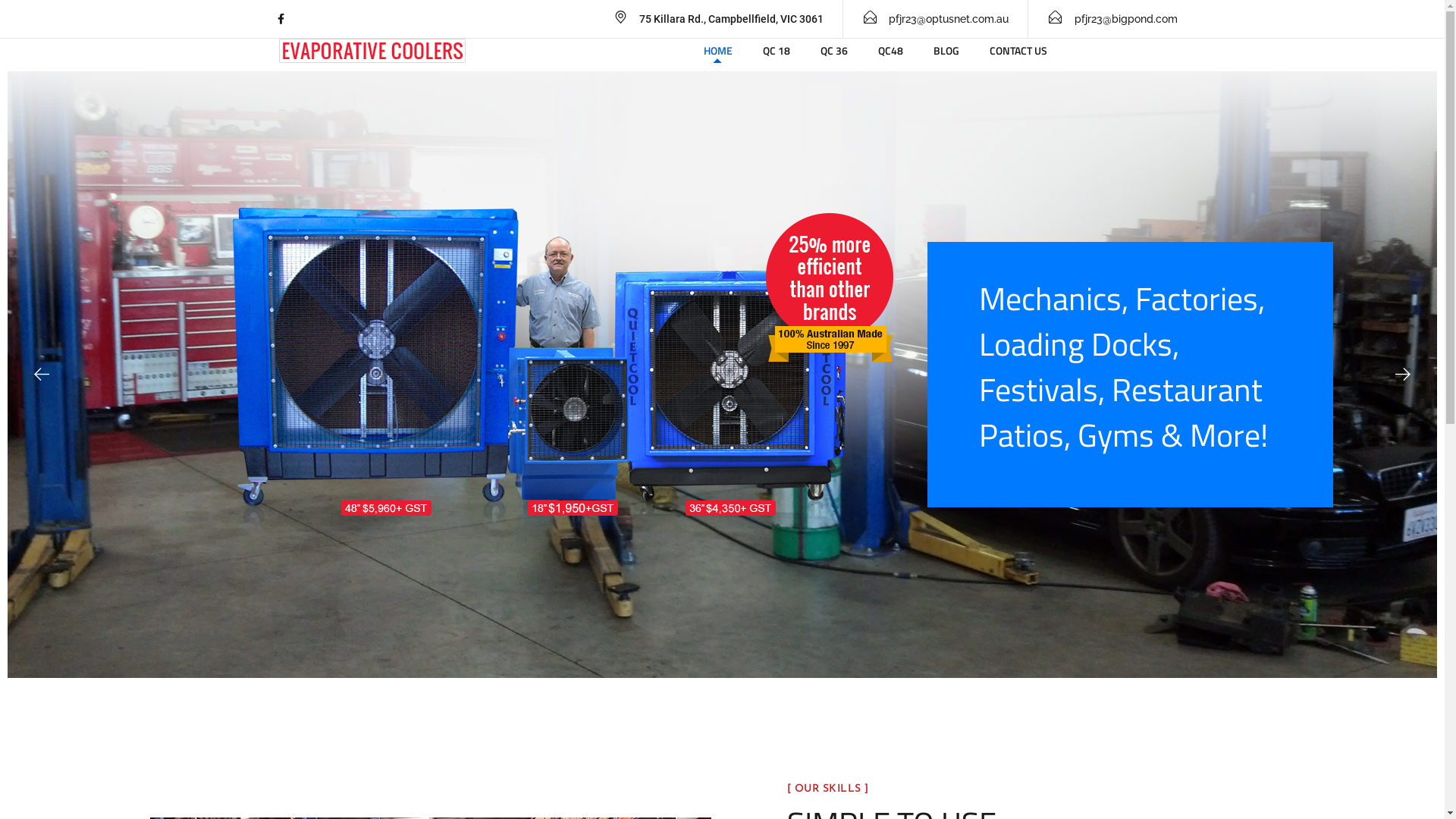  I want to click on 'QC 36', so click(833, 49).